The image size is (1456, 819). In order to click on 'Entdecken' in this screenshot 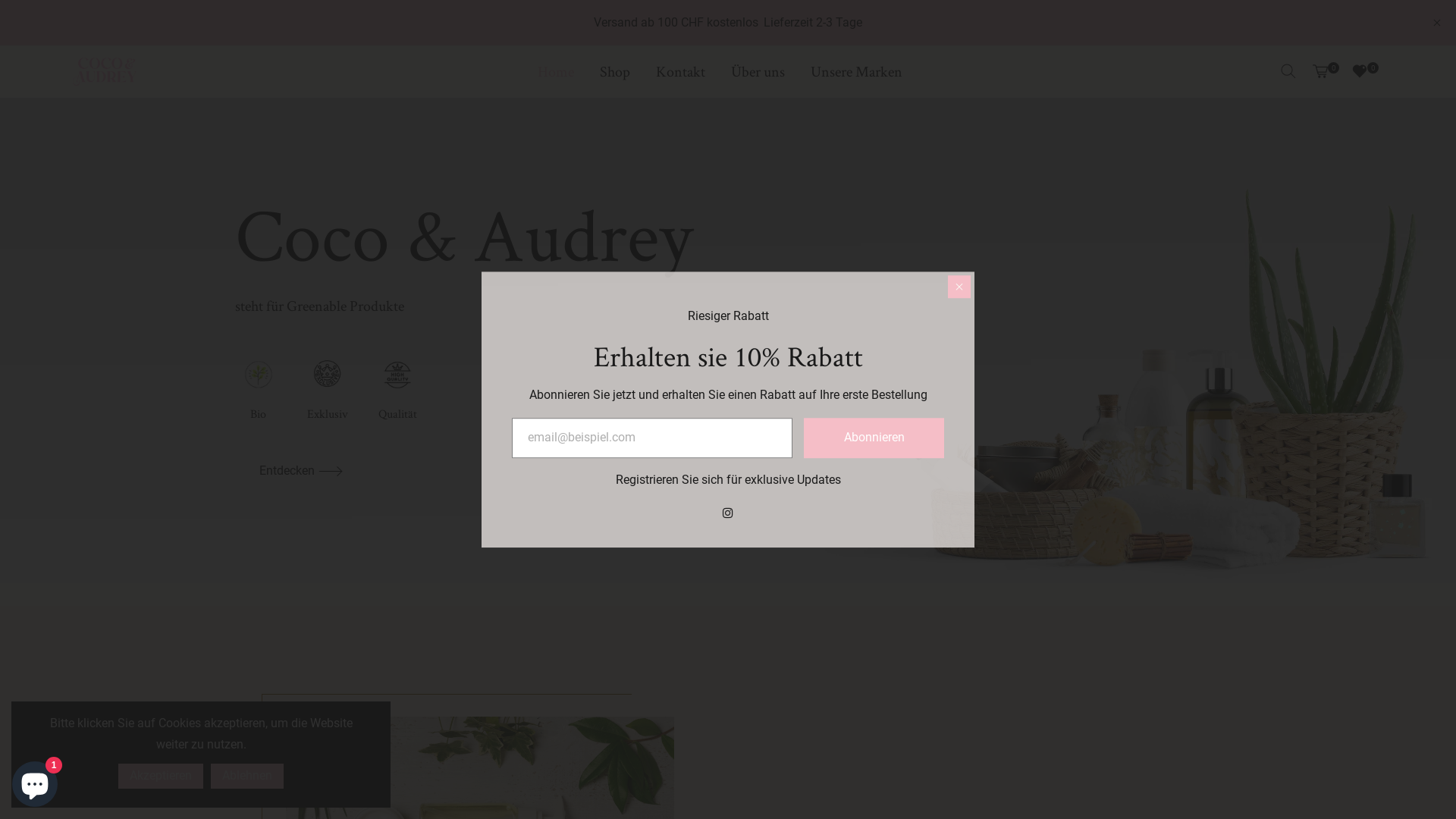, I will do `click(301, 470)`.